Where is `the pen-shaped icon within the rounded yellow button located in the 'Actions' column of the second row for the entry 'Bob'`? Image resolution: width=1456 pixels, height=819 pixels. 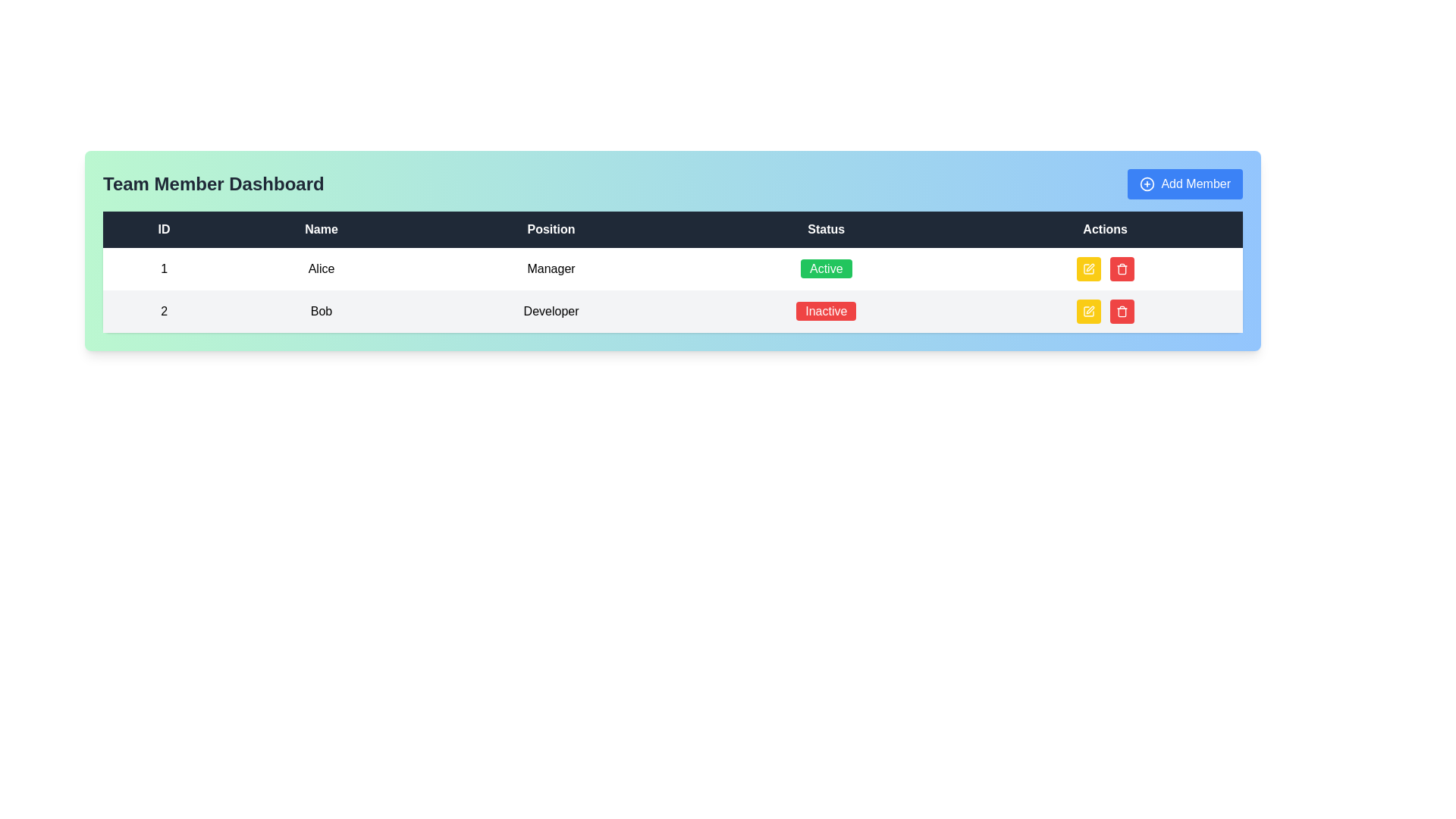 the pen-shaped icon within the rounded yellow button located in the 'Actions' column of the second row for the entry 'Bob' is located at coordinates (1087, 268).